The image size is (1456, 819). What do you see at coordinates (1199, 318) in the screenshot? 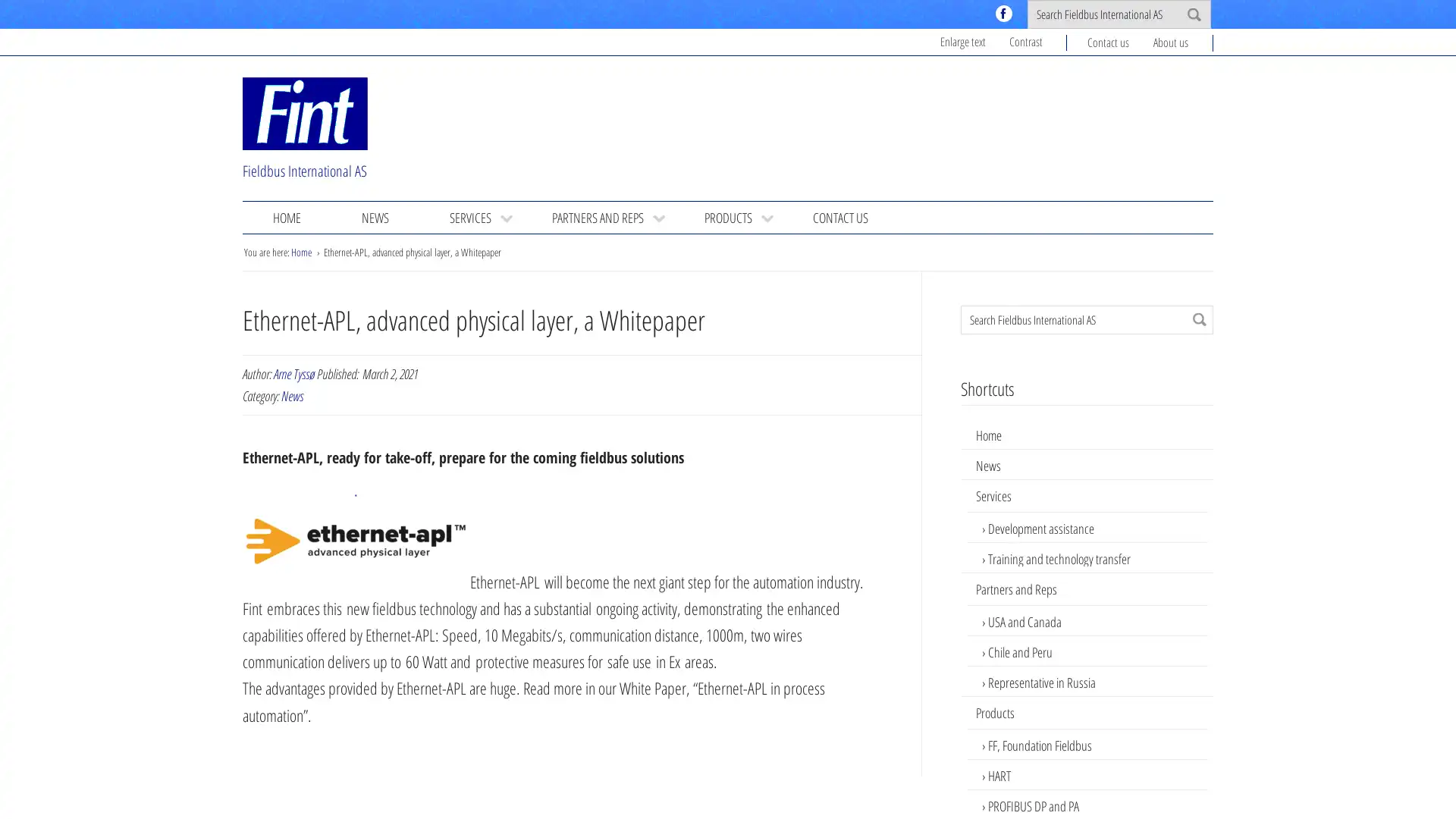
I see `Search` at bounding box center [1199, 318].